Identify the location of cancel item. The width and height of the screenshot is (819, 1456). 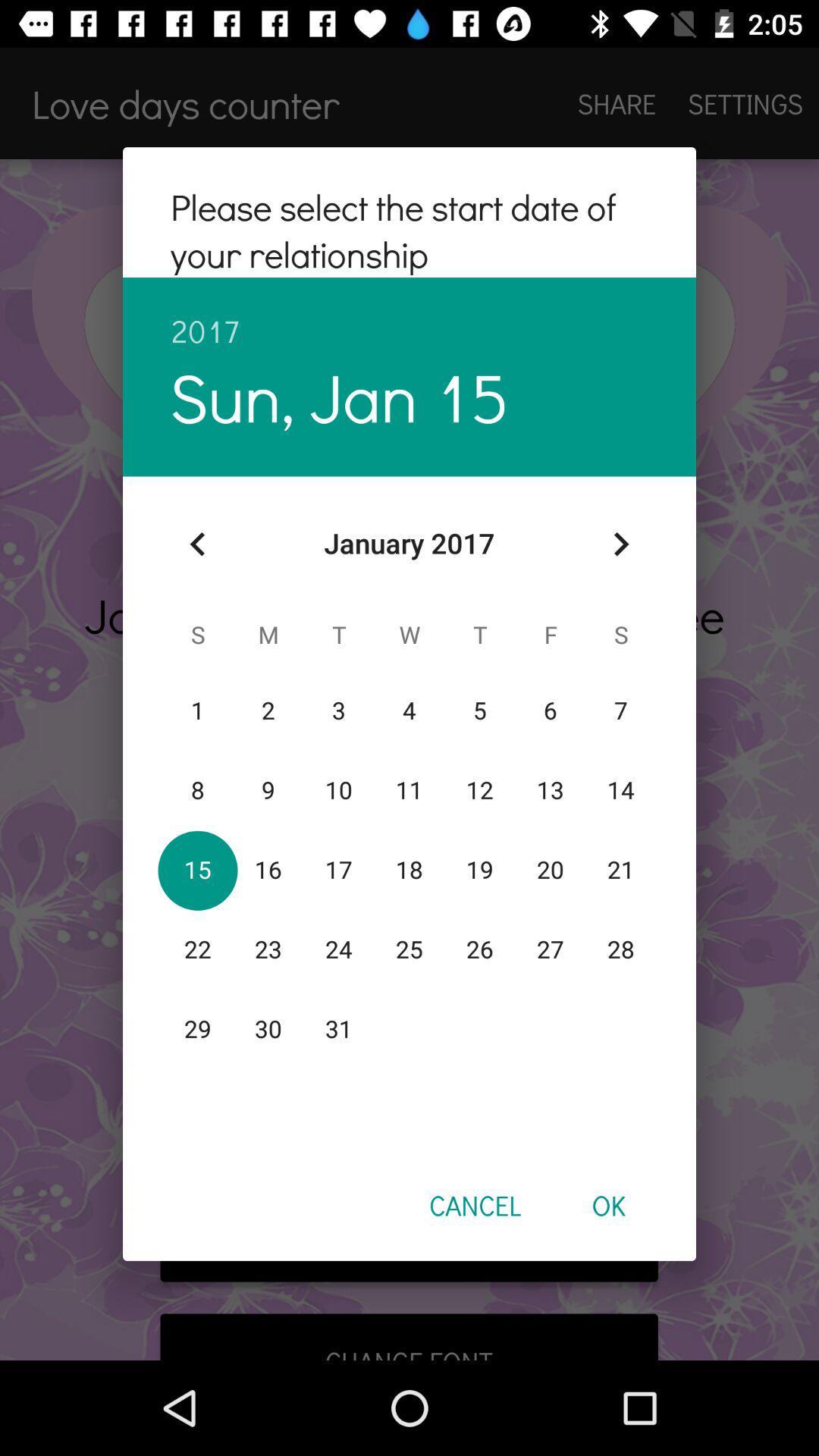
(474, 1204).